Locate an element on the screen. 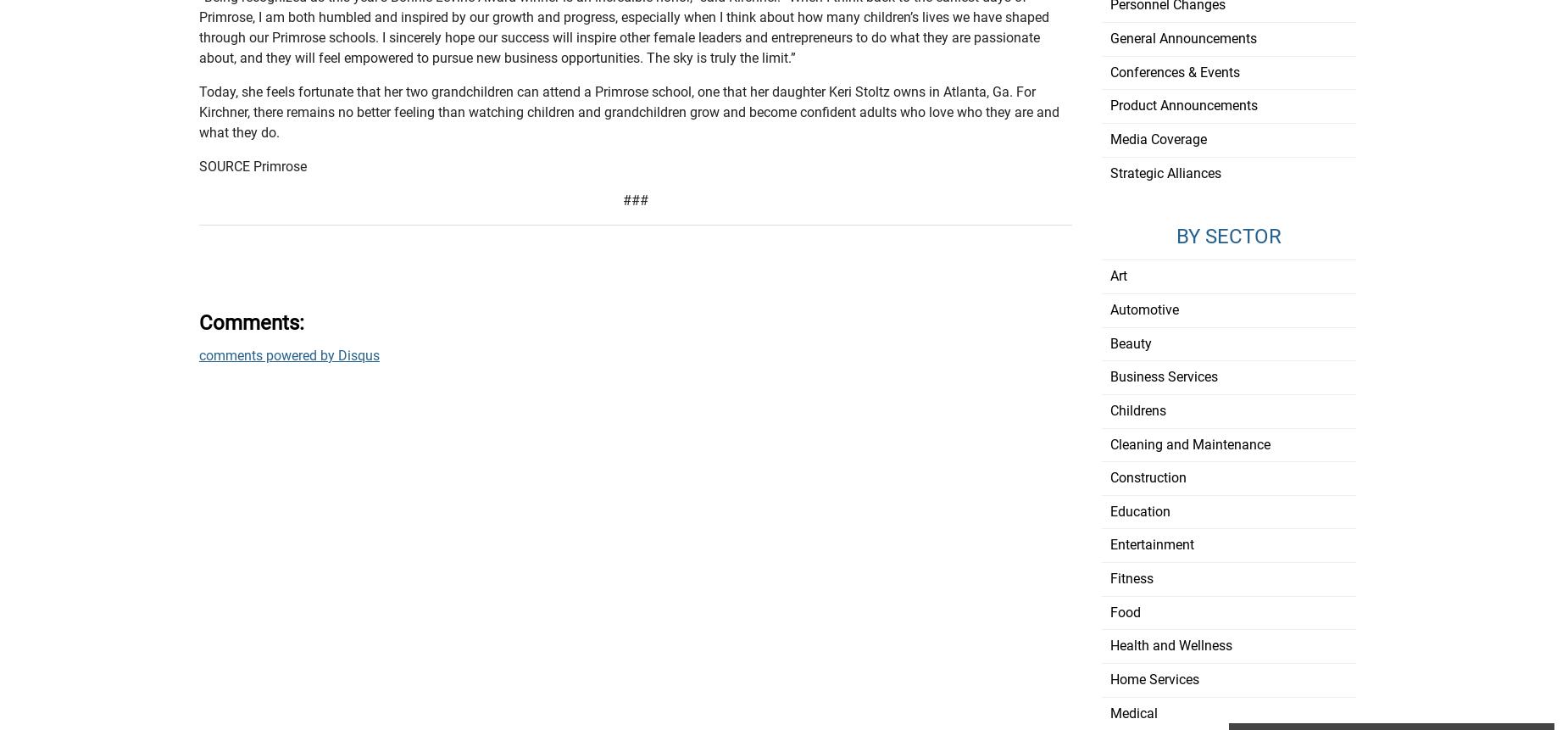  'Today, she feels fortunate that her two grandchildren can attend a Primrose school, one that her daughter Keri Stoltz owns in Atlanta, Ga. For Kirchner, there remains no better feeling than watching children and grandchildren grow and become confident adults who love who they are and what they do.' is located at coordinates (629, 112).